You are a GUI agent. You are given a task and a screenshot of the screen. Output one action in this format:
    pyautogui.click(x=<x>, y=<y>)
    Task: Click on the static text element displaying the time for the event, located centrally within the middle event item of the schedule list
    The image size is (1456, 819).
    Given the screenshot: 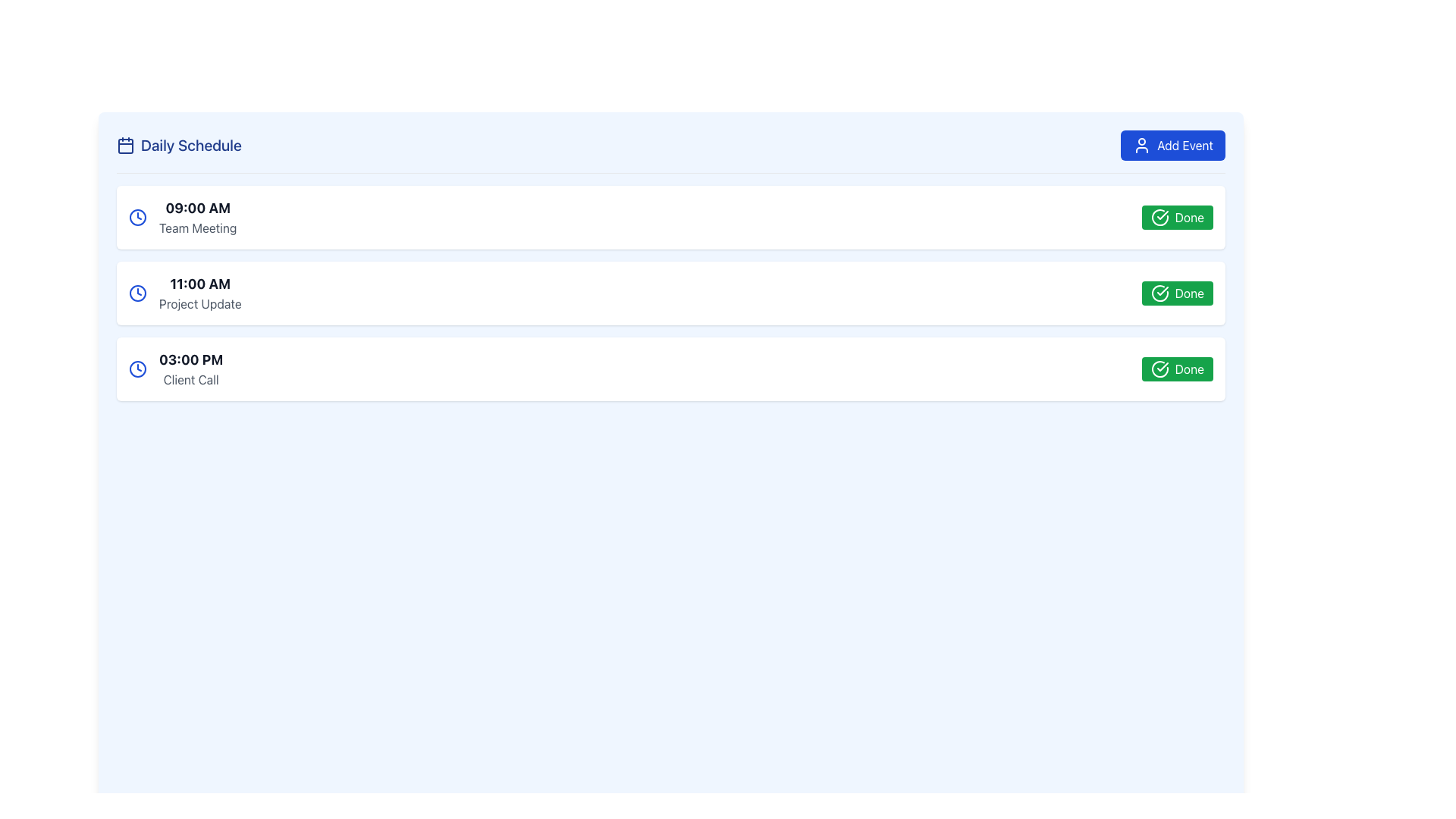 What is the action you would take?
    pyautogui.click(x=199, y=284)
    